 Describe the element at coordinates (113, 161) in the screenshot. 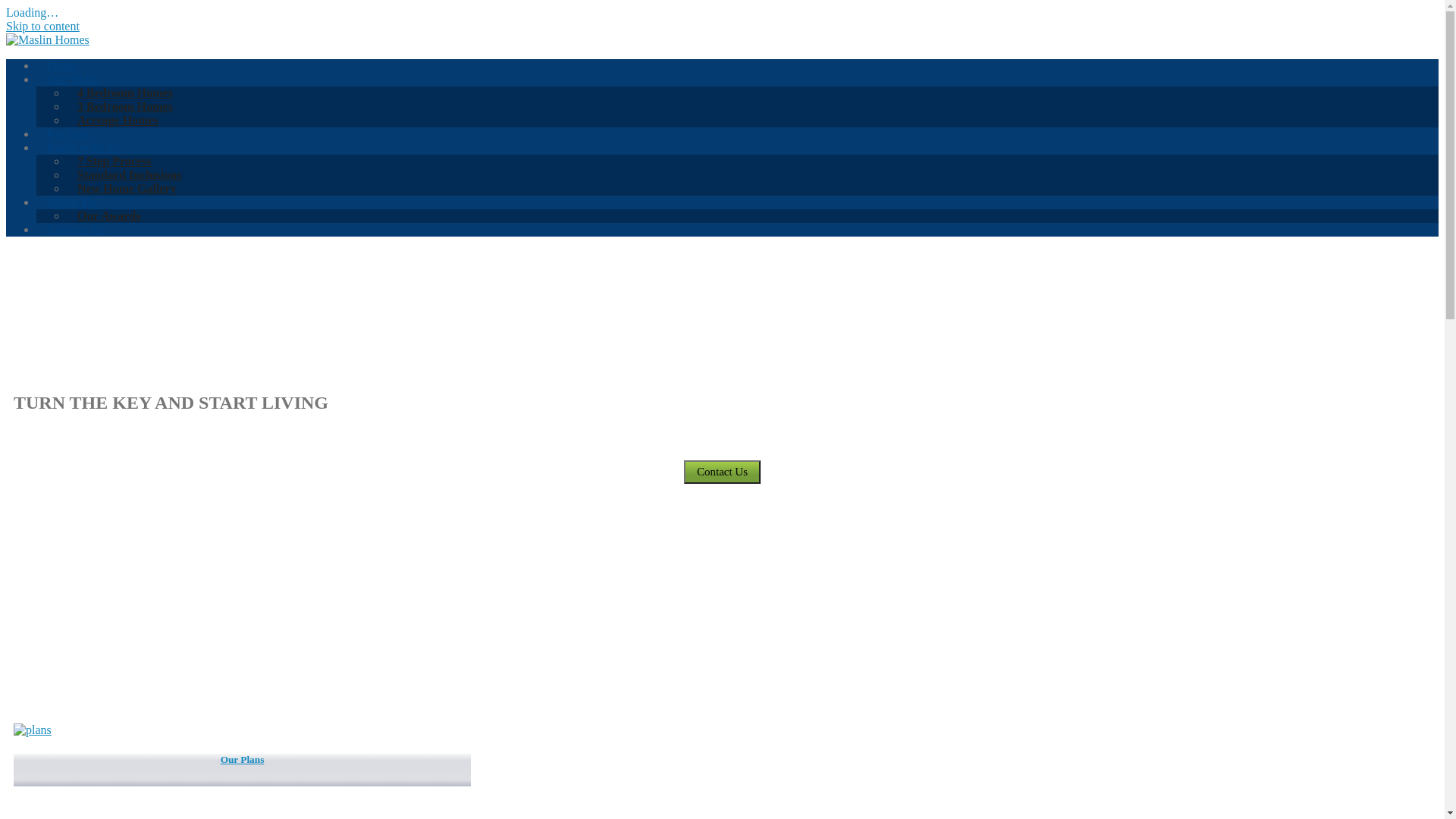

I see `'7 Step Process'` at that location.